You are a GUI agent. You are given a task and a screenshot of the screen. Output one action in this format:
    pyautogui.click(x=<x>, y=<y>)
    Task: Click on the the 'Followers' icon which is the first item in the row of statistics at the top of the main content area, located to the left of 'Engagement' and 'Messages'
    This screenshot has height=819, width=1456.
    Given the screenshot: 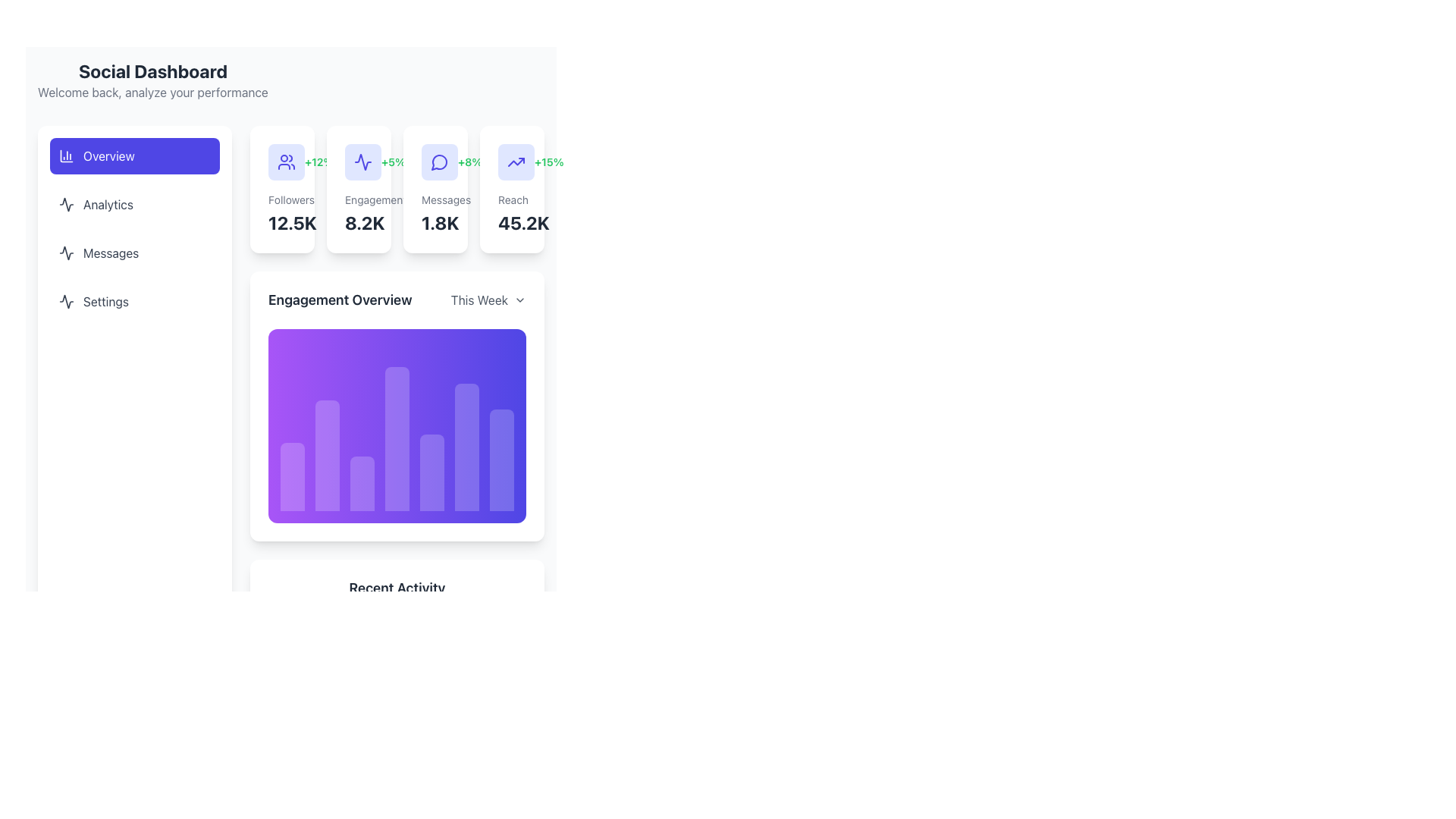 What is the action you would take?
    pyautogui.click(x=282, y=162)
    